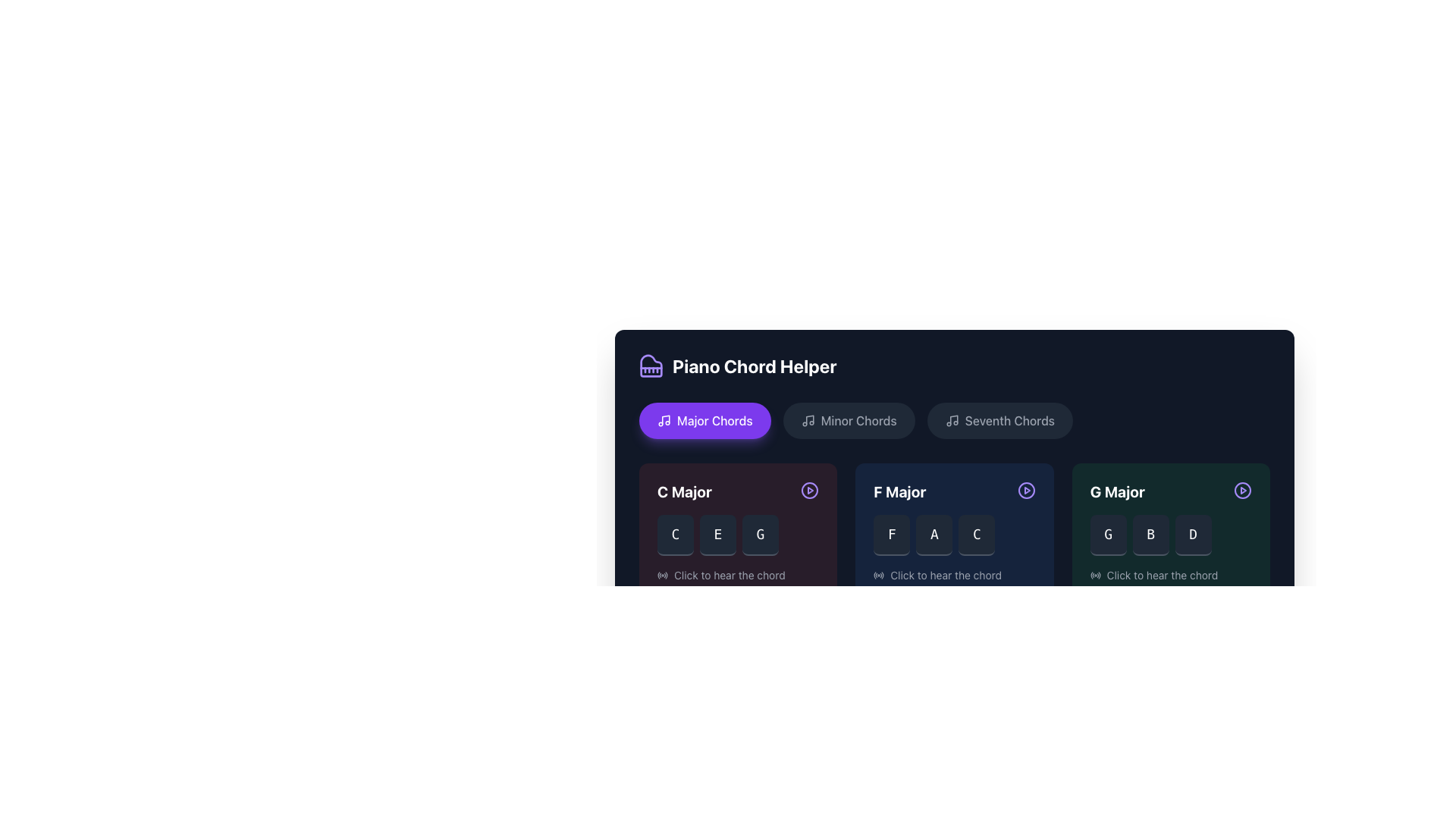  I want to click on the interactive audio playback control icon for the 'F Major' chord, so click(879, 576).